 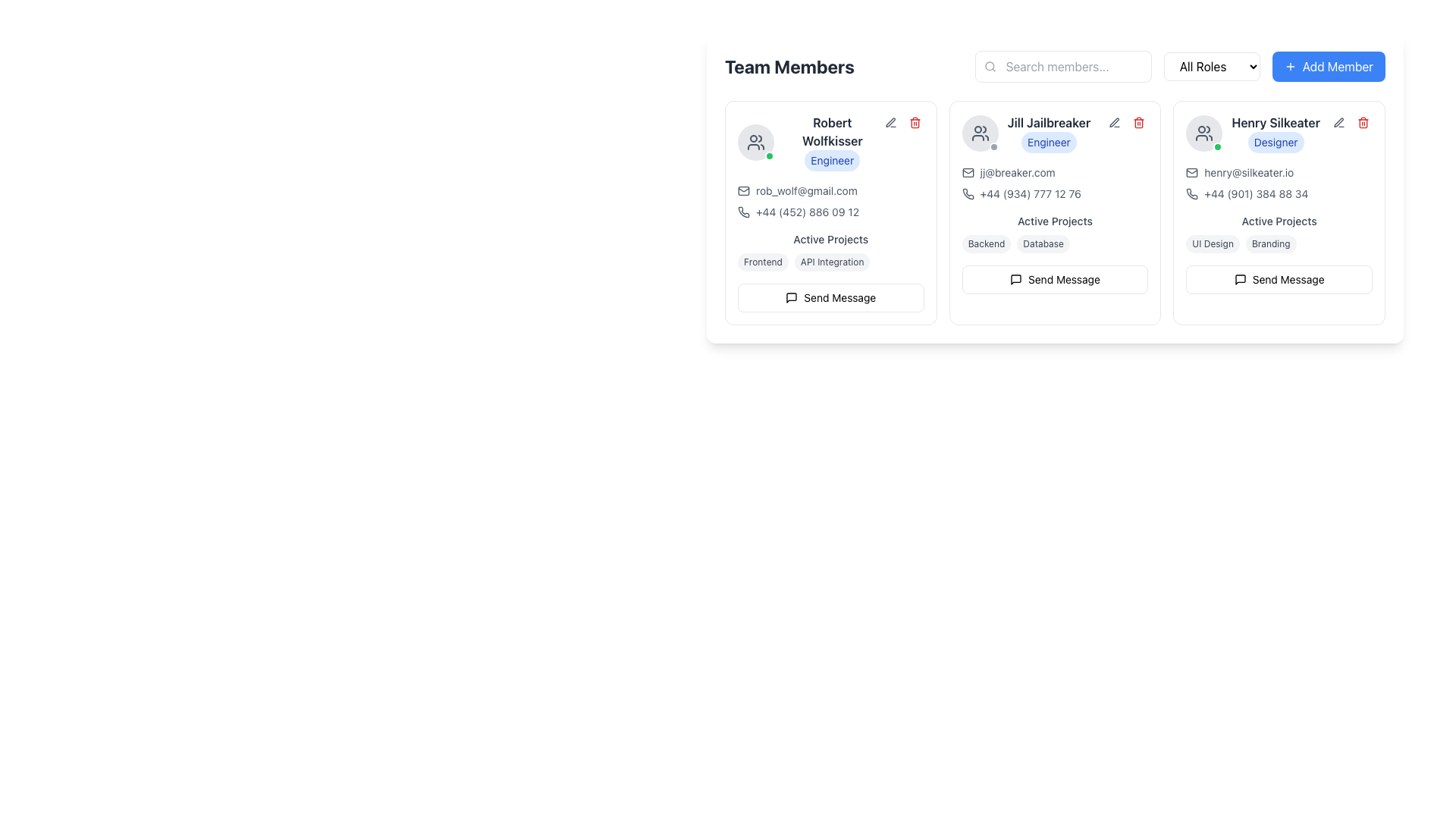 What do you see at coordinates (890, 121) in the screenshot?
I see `the pen icon located` at bounding box center [890, 121].